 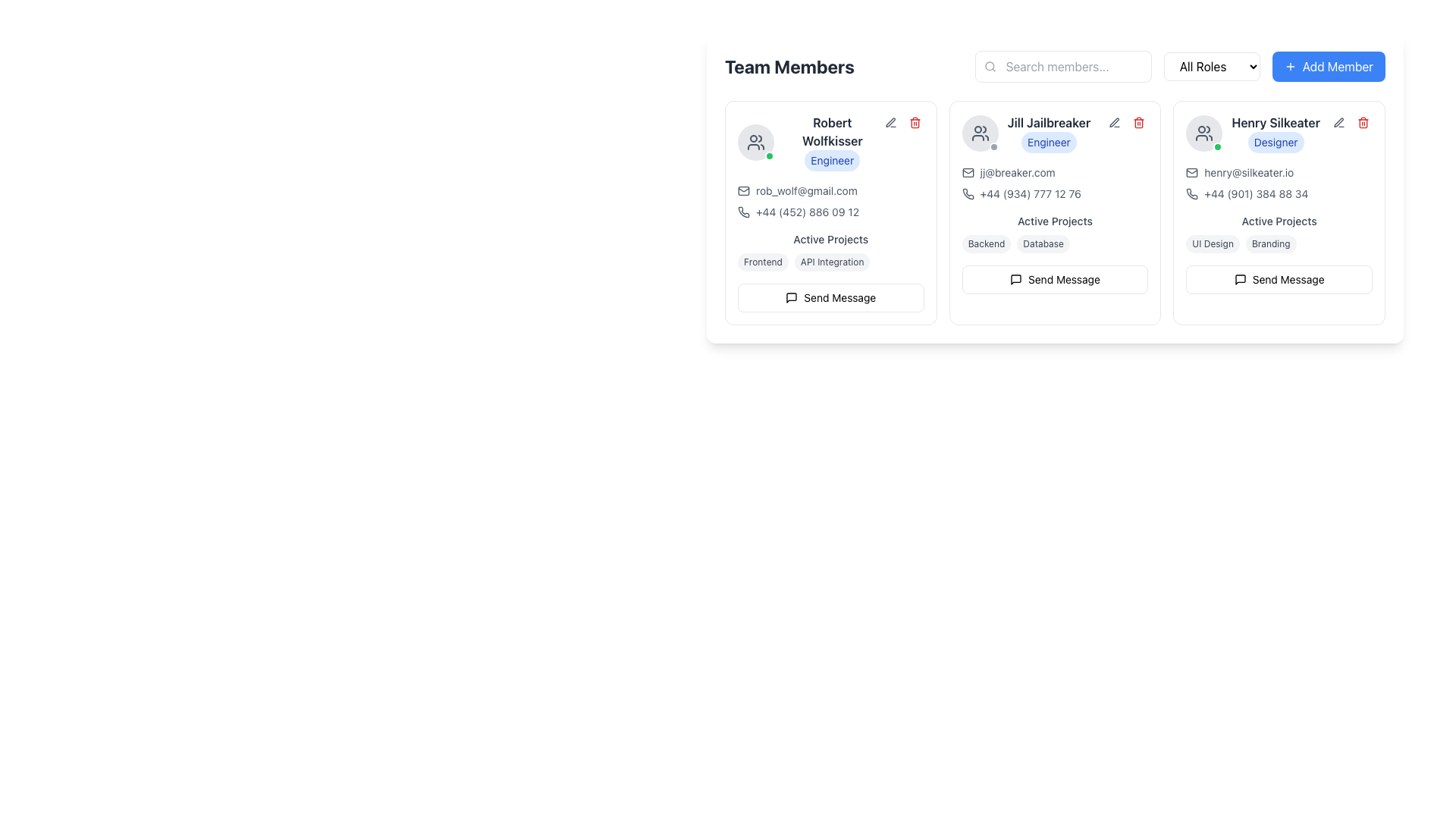 What do you see at coordinates (890, 121) in the screenshot?
I see `the pen icon located` at bounding box center [890, 121].